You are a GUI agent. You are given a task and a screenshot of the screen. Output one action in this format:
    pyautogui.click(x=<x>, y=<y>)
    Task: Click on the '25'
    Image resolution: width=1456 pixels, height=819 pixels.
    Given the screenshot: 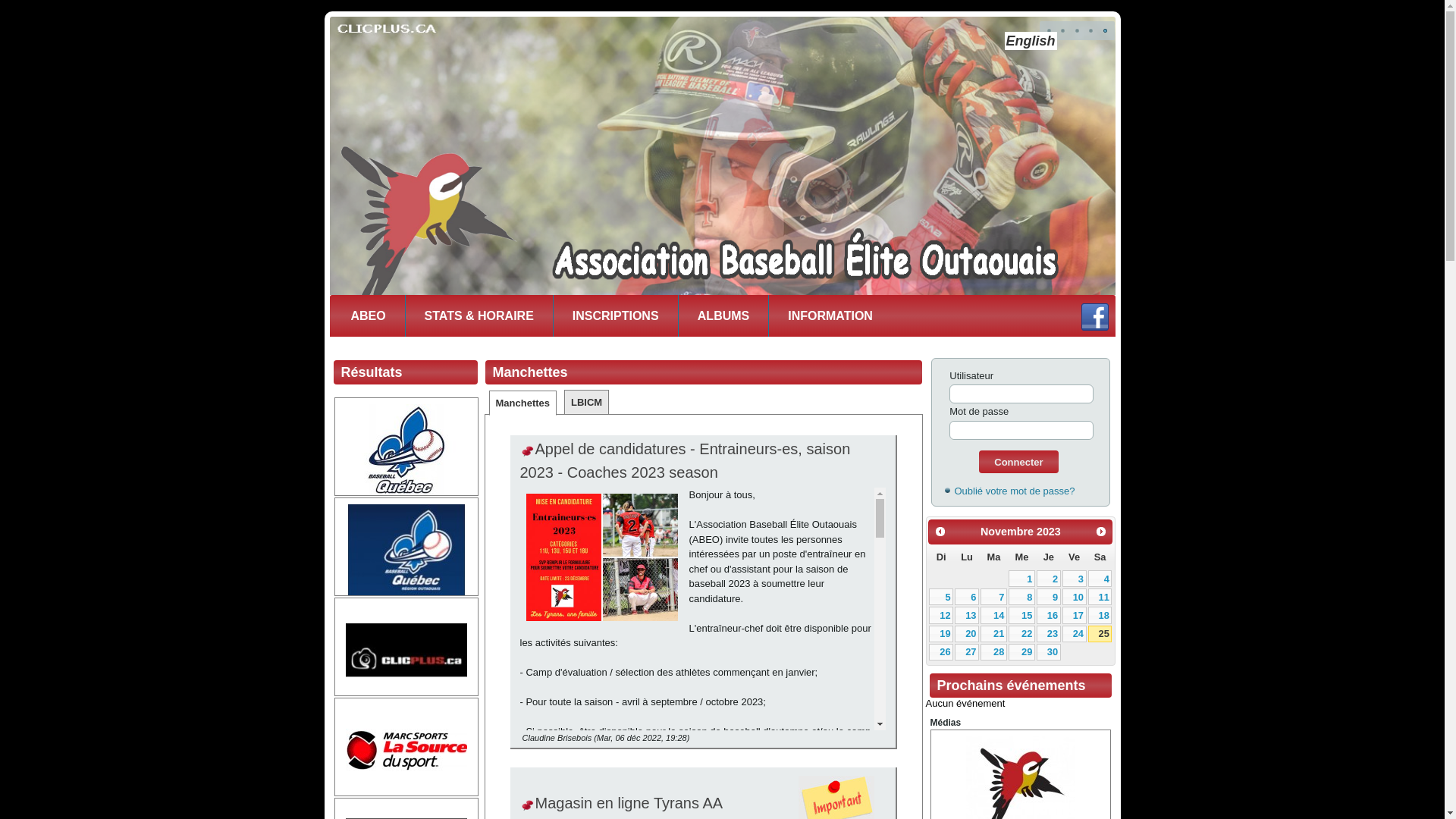 What is the action you would take?
    pyautogui.click(x=1100, y=634)
    